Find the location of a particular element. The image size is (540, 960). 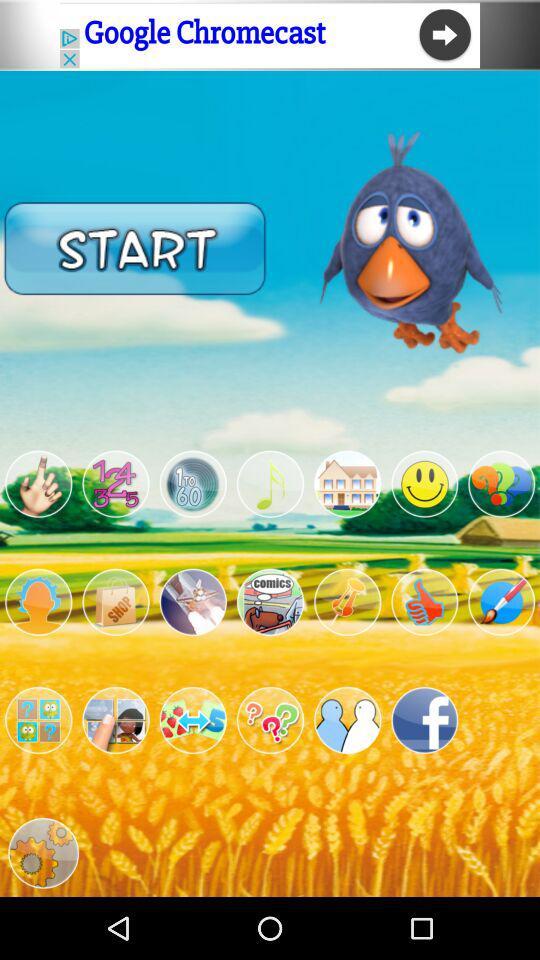

paint with brush is located at coordinates (500, 601).